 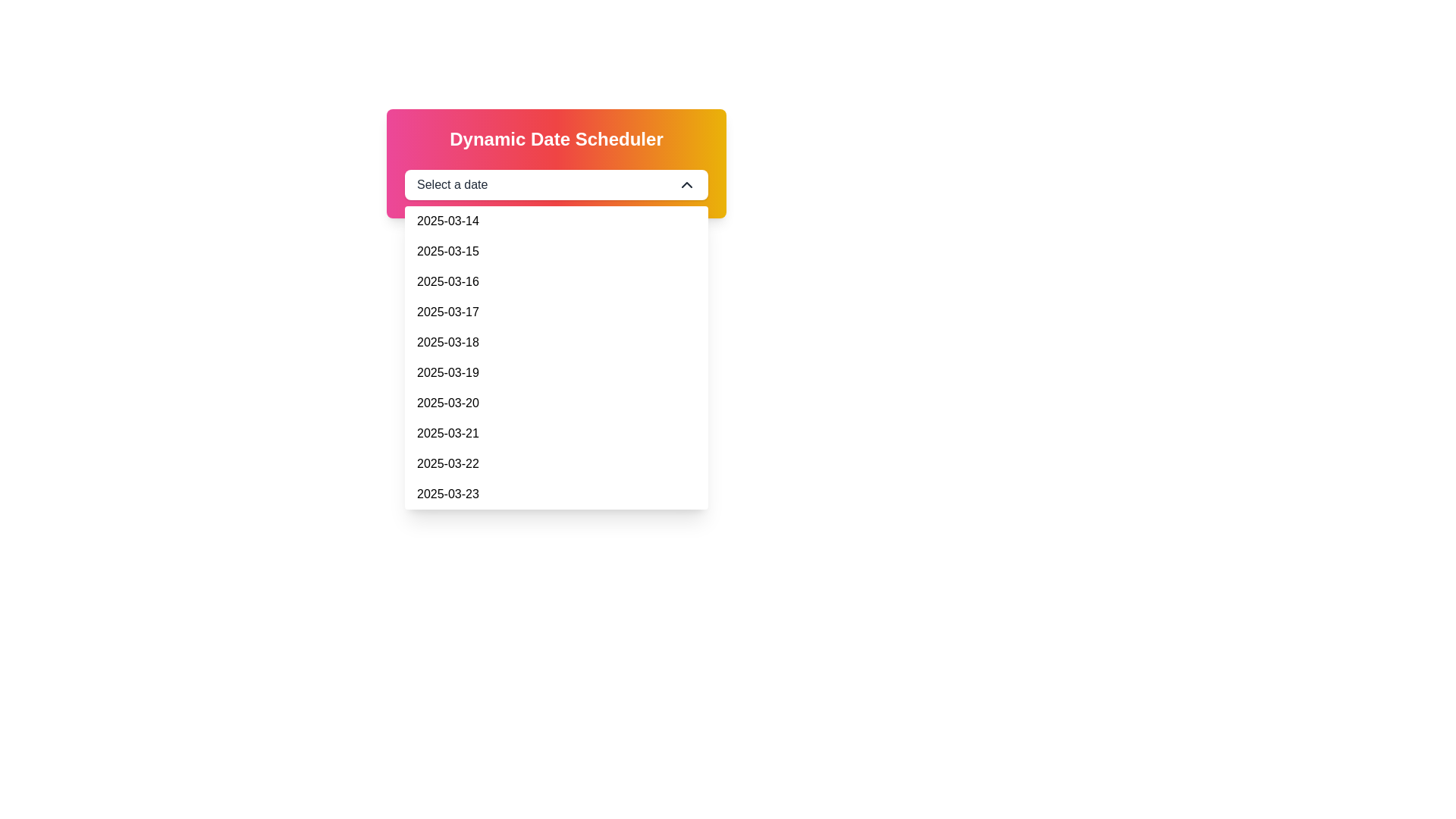 What do you see at coordinates (447, 403) in the screenshot?
I see `the dropdown menu item displaying the date '2025-03-20'` at bounding box center [447, 403].